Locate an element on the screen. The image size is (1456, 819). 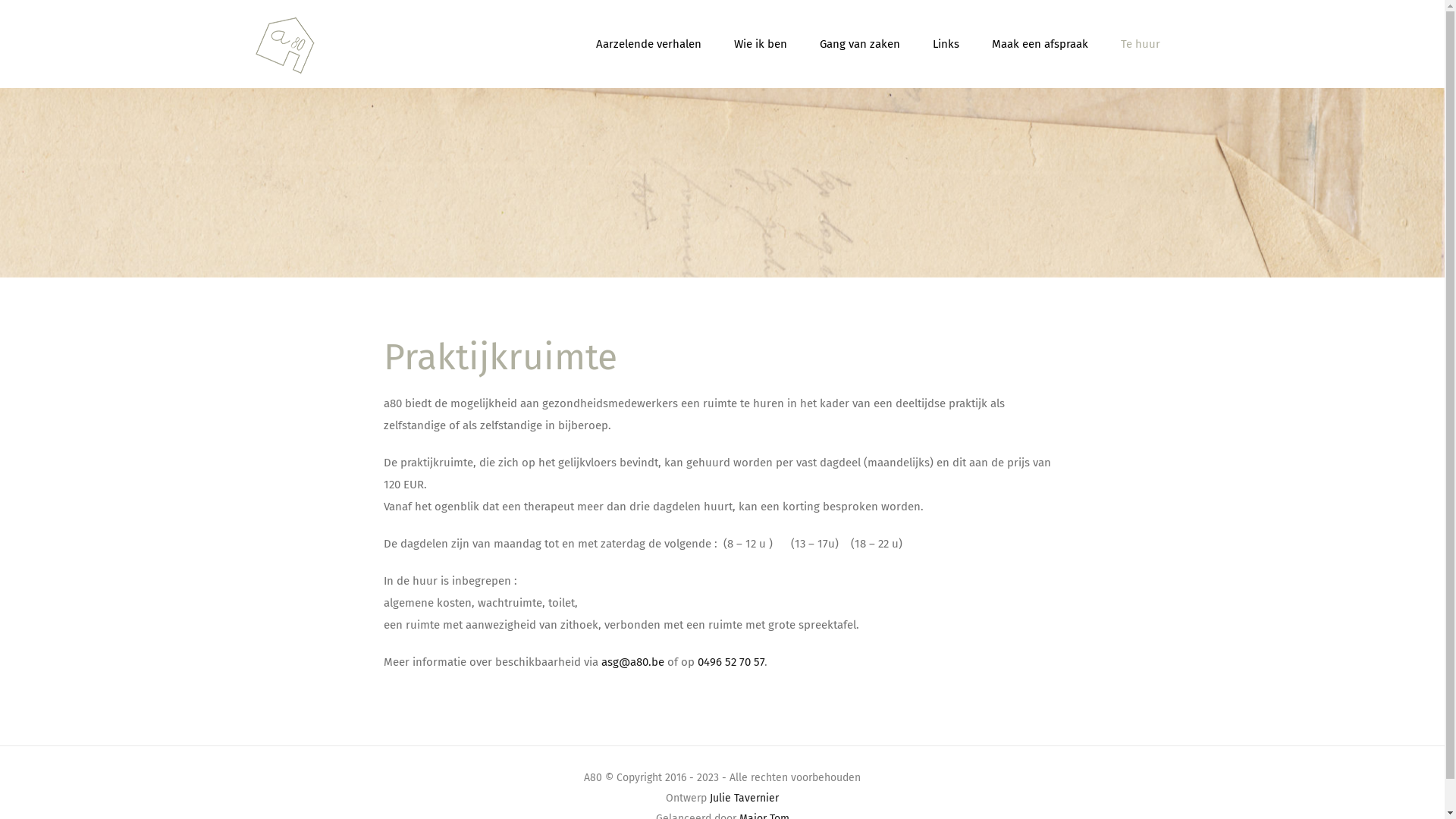
'Gang van zaken' is located at coordinates (858, 42).